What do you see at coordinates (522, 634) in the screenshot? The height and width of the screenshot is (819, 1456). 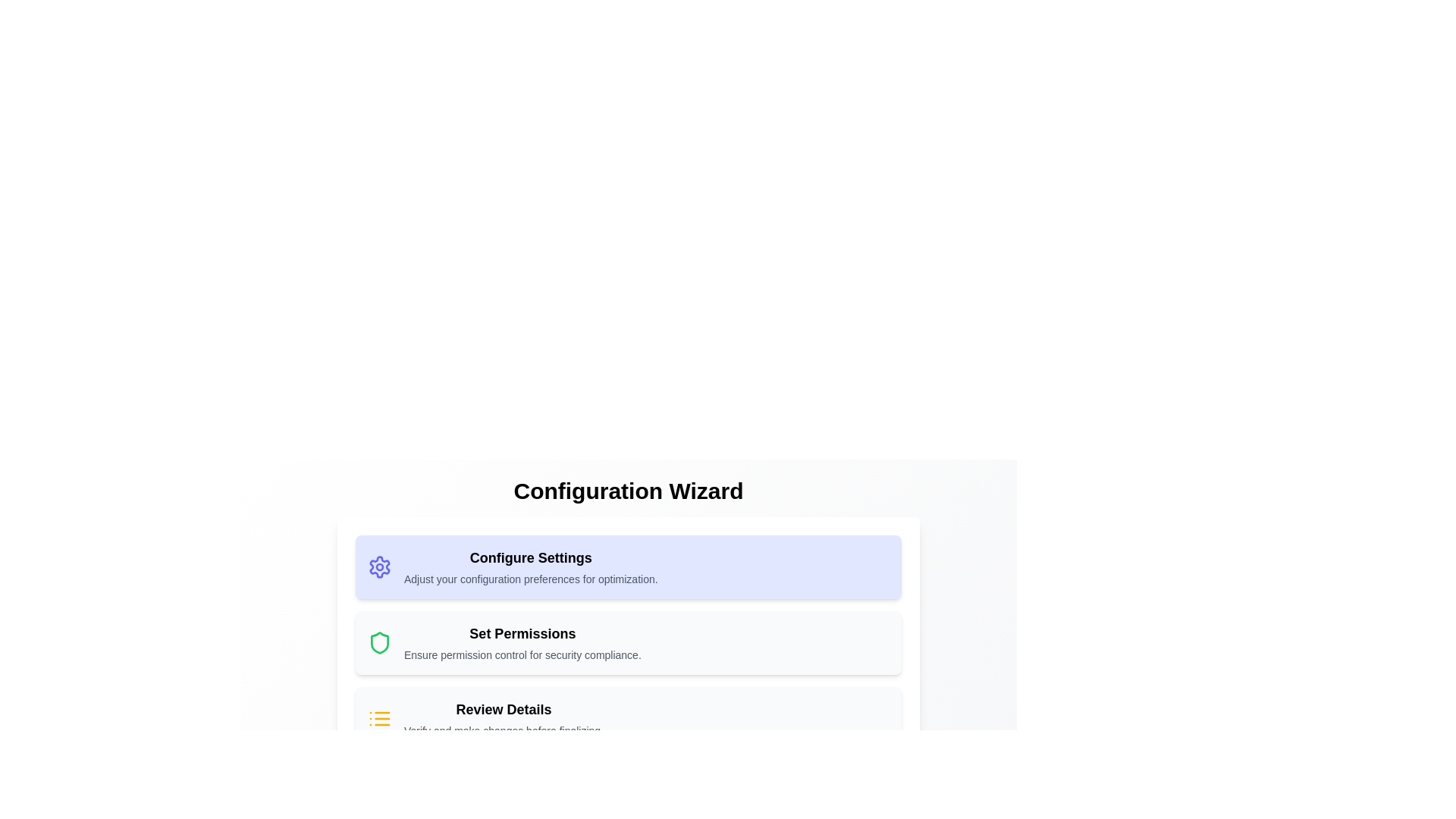 I see `text label that says 'Set Permissions', which is styled in bold and larger font, located in the section titled 'Set Permissions Ensure permission control for security compliance.'` at bounding box center [522, 634].